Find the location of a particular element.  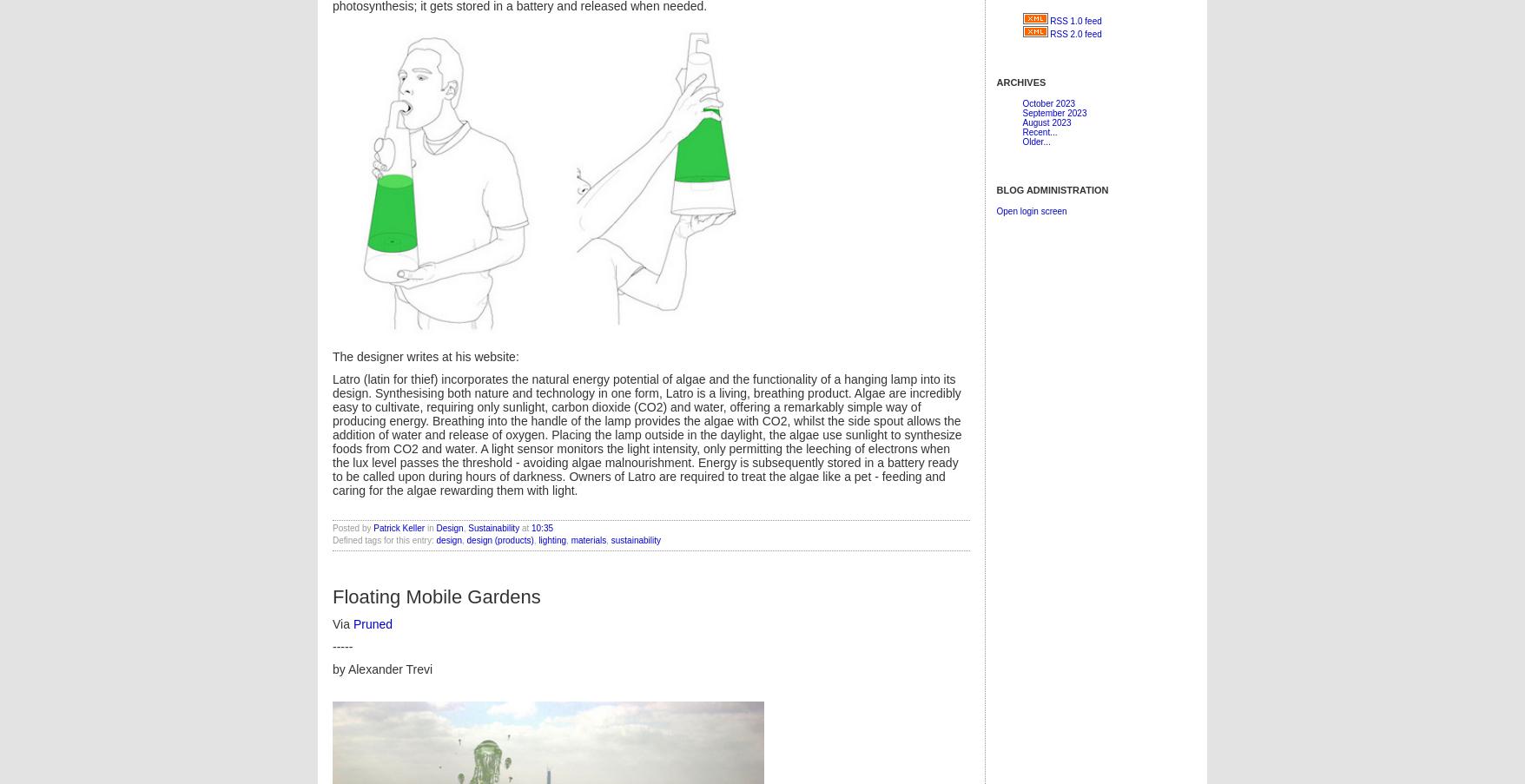

'Blog Administration' is located at coordinates (1051, 189).